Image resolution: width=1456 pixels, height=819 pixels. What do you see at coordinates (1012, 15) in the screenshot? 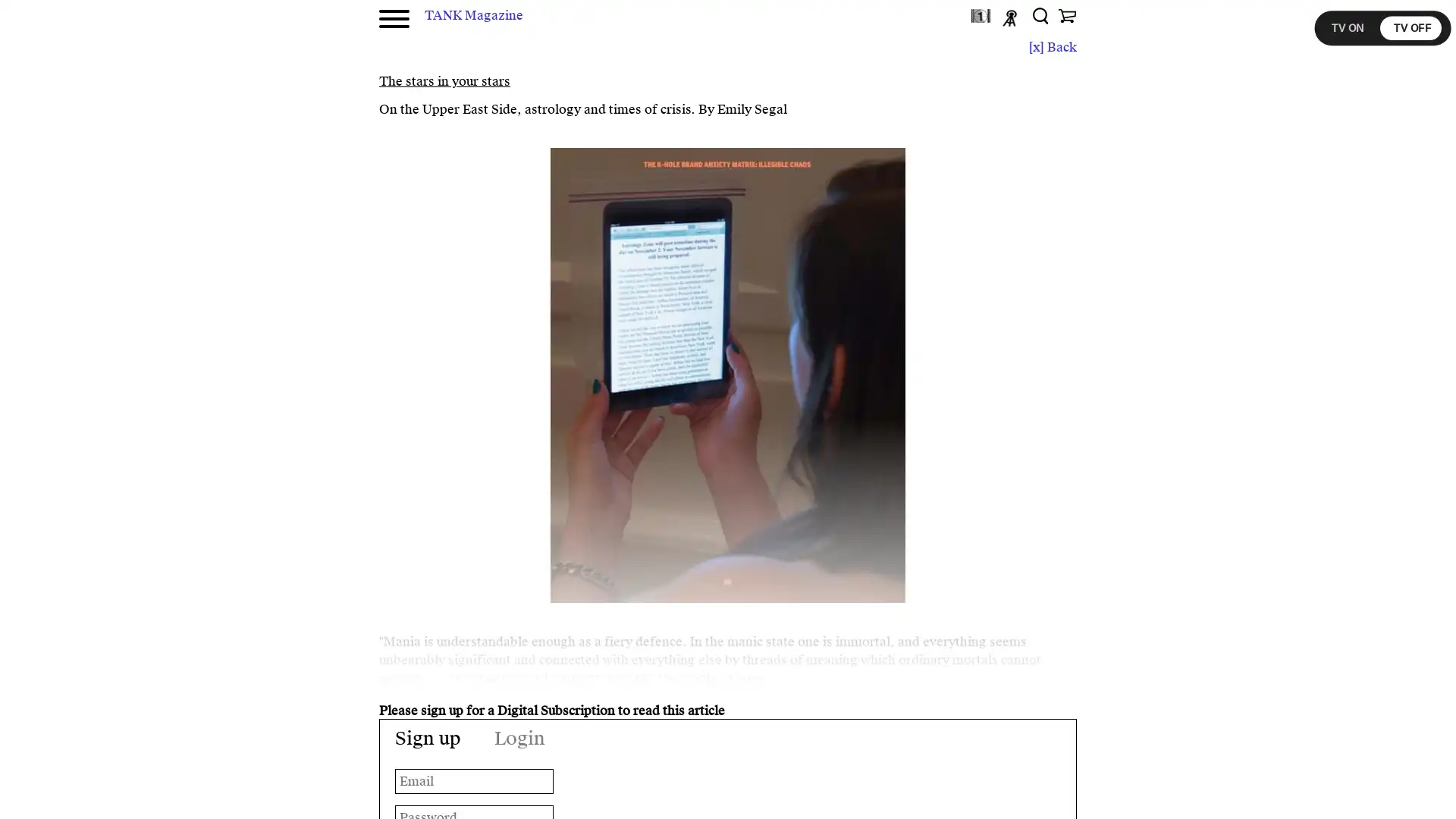
I see `Podcast` at bounding box center [1012, 15].